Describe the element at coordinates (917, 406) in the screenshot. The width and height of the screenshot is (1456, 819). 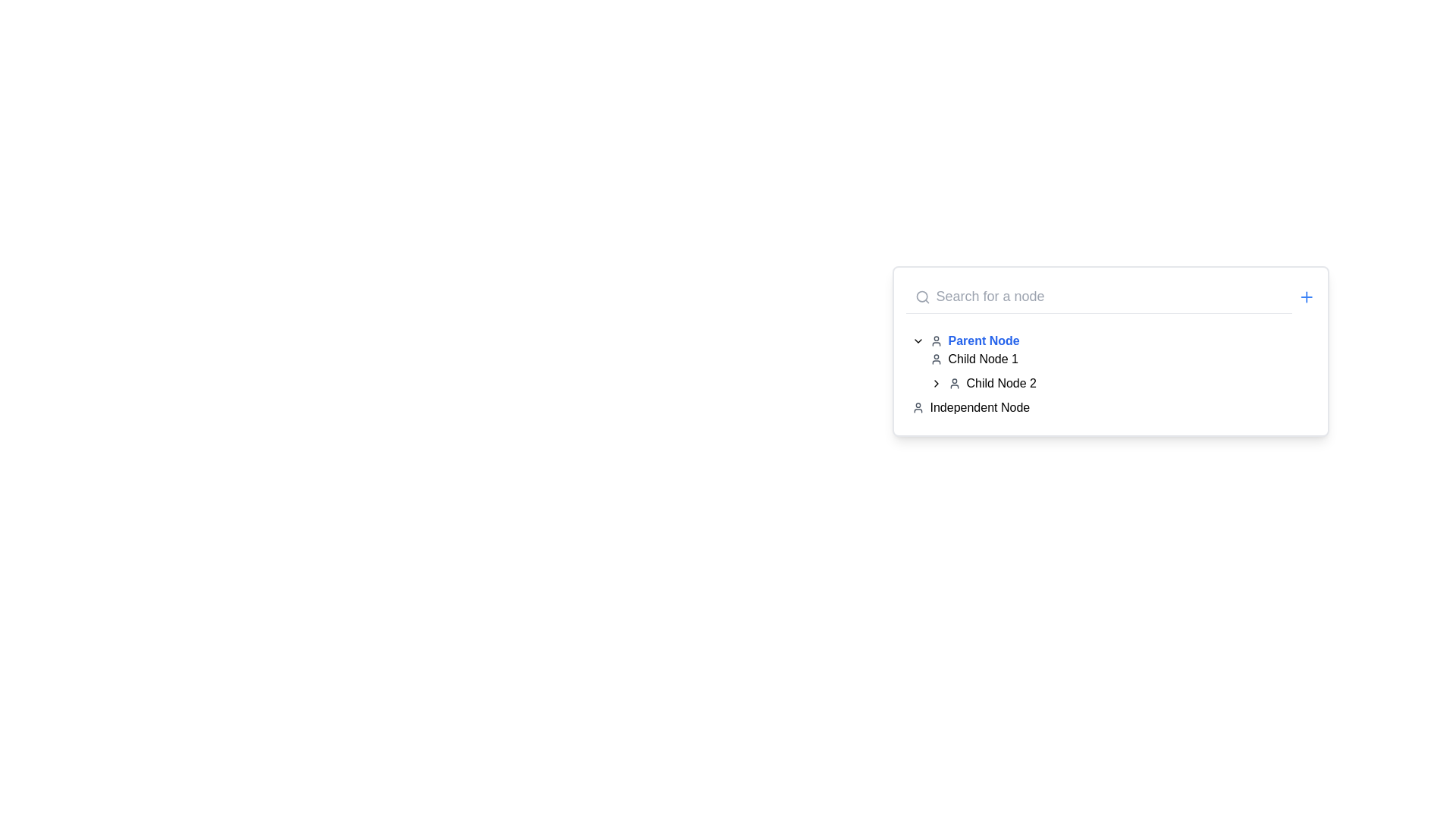
I see `the user icon, which is a silhouette of a head and shoulders, located in the top-right corner of the interface adjacent to the 'Independent Node' text` at that location.